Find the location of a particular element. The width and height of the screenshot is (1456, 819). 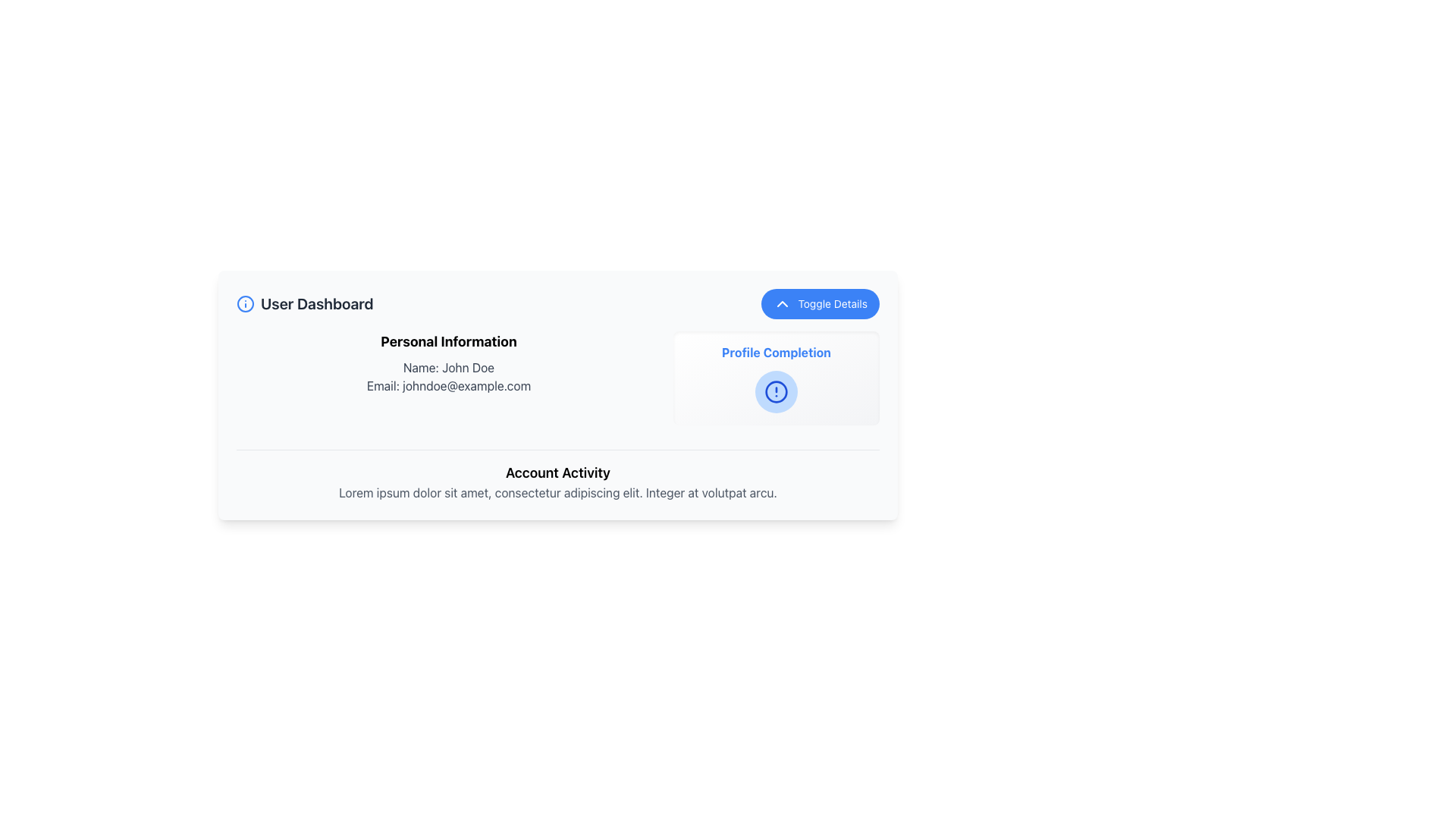

the 'Profile Completion' informational card located in the top-right section of the user details grid, which features a gradient background and displays a blue exclamation mark icon is located at coordinates (776, 377).